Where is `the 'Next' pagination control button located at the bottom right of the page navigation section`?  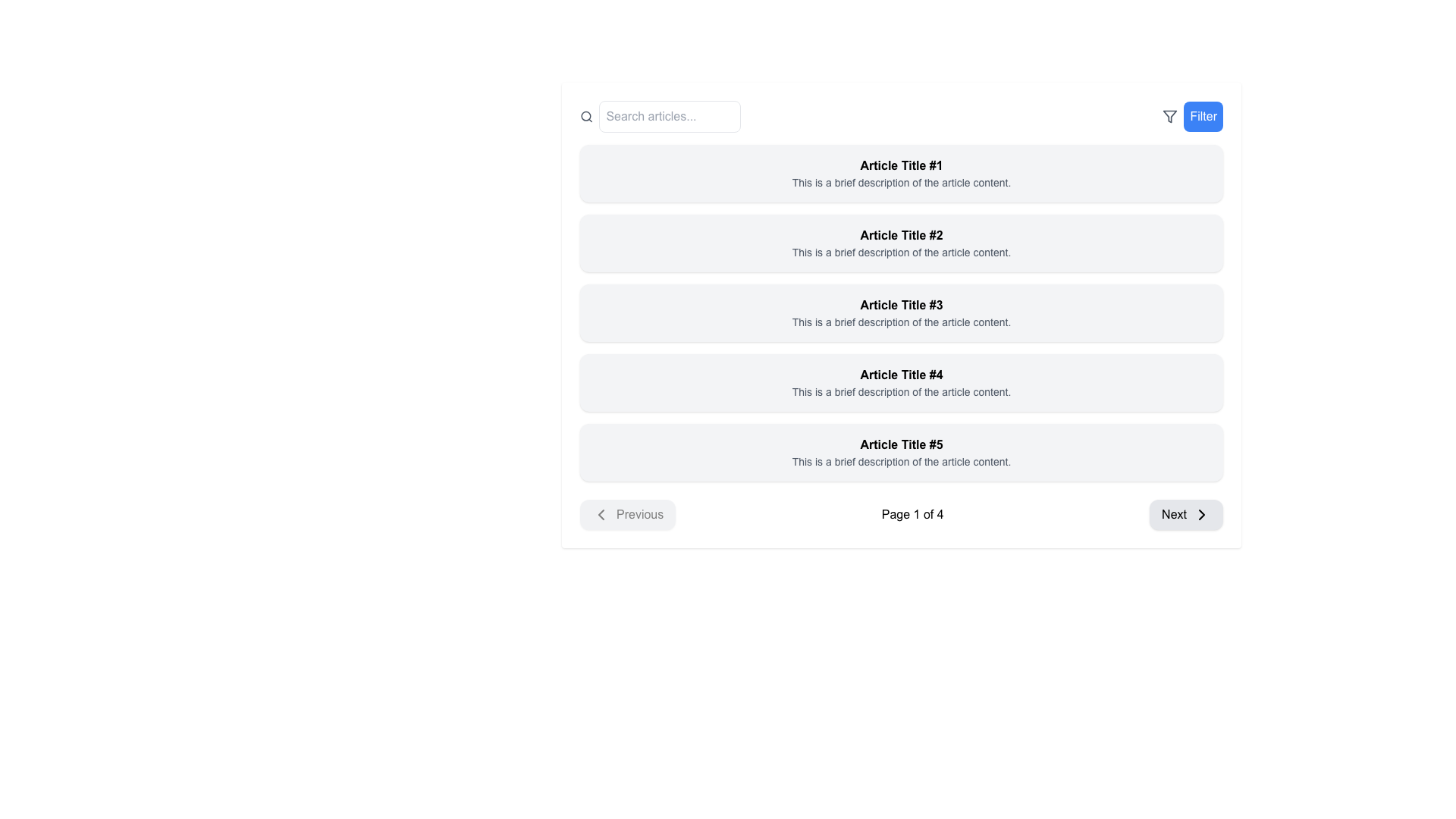
the 'Next' pagination control button located at the bottom right of the page navigation section is located at coordinates (1185, 513).